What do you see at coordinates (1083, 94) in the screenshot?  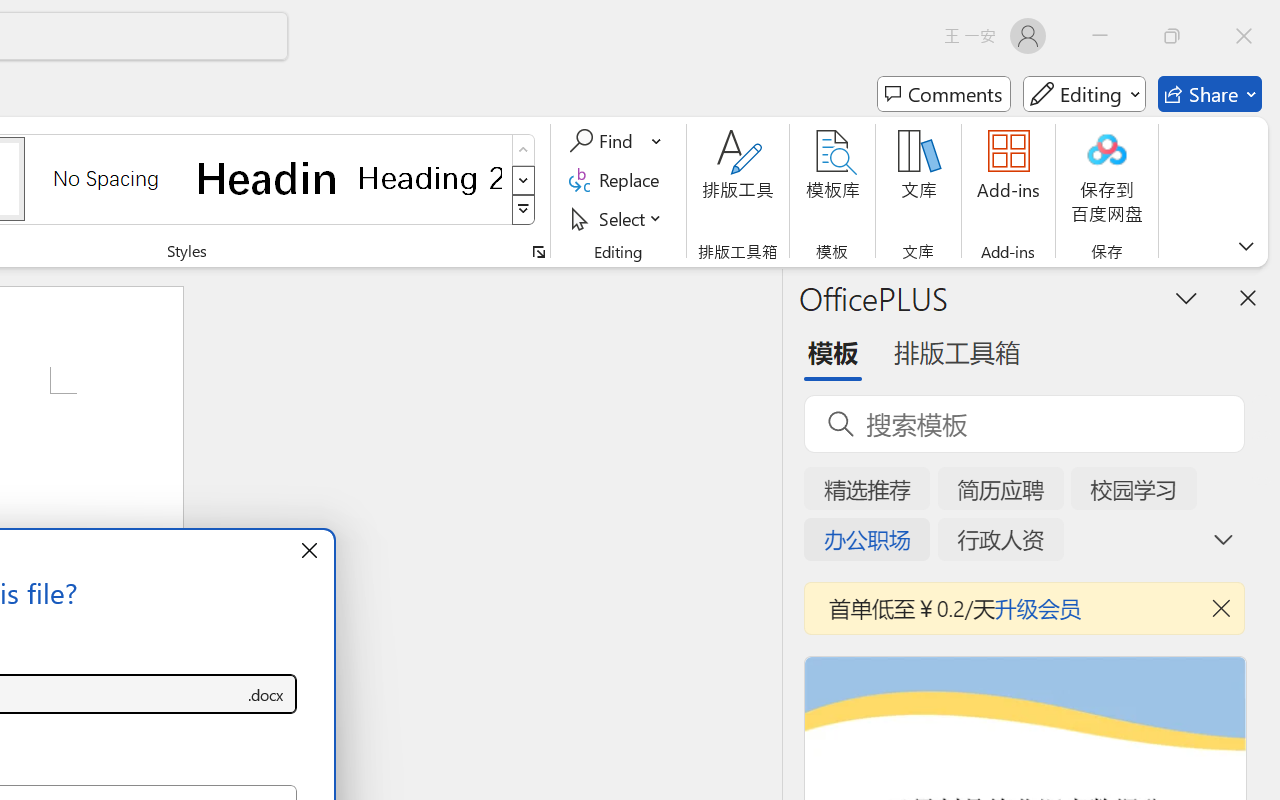 I see `'Mode'` at bounding box center [1083, 94].